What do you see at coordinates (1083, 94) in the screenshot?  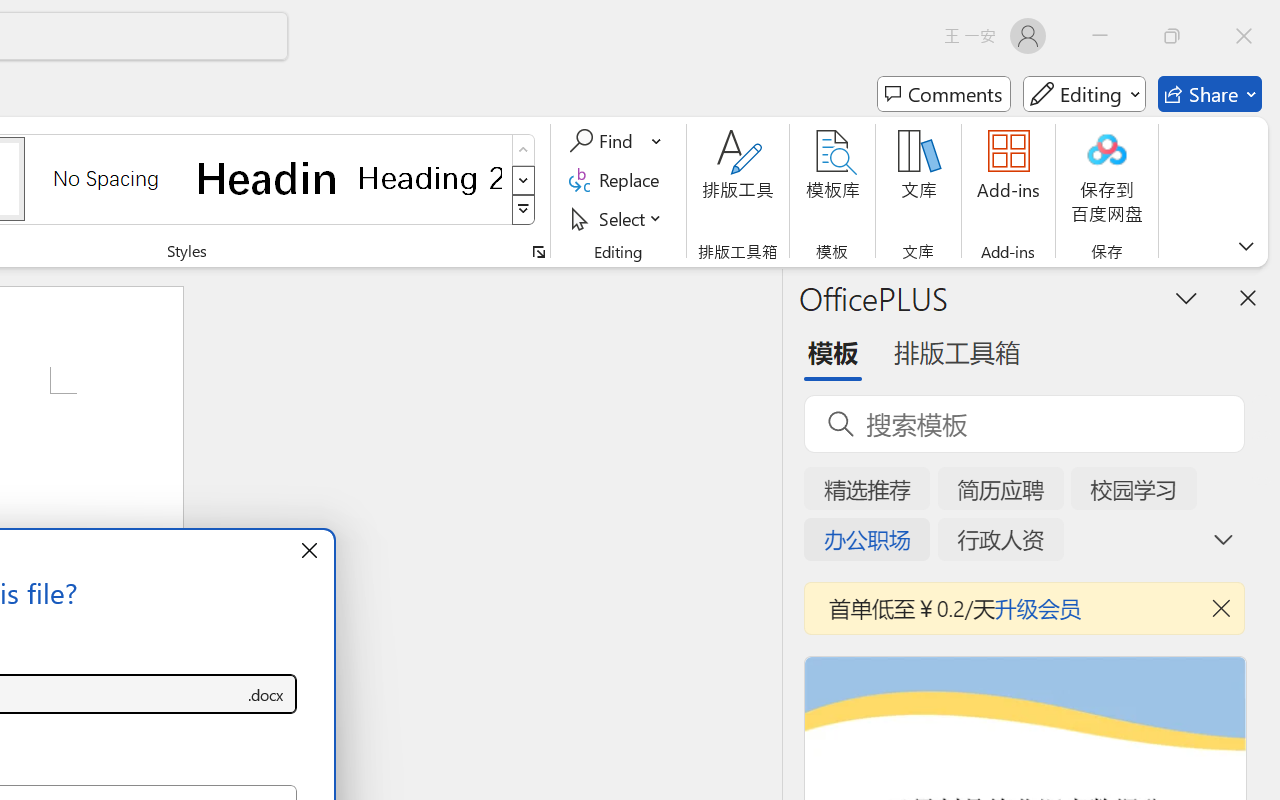 I see `'Mode'` at bounding box center [1083, 94].